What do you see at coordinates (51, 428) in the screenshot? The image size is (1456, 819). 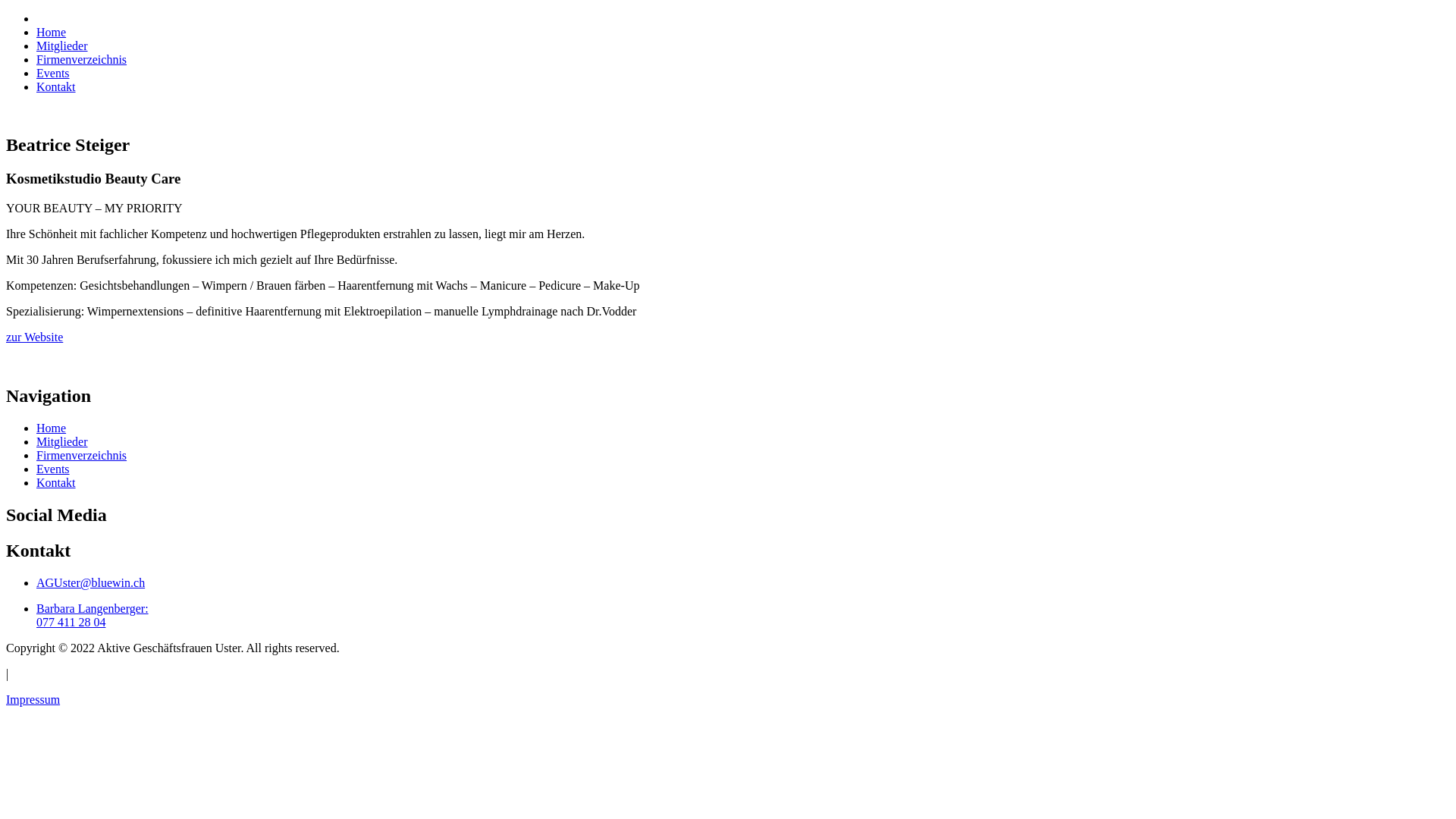 I see `'Home'` at bounding box center [51, 428].